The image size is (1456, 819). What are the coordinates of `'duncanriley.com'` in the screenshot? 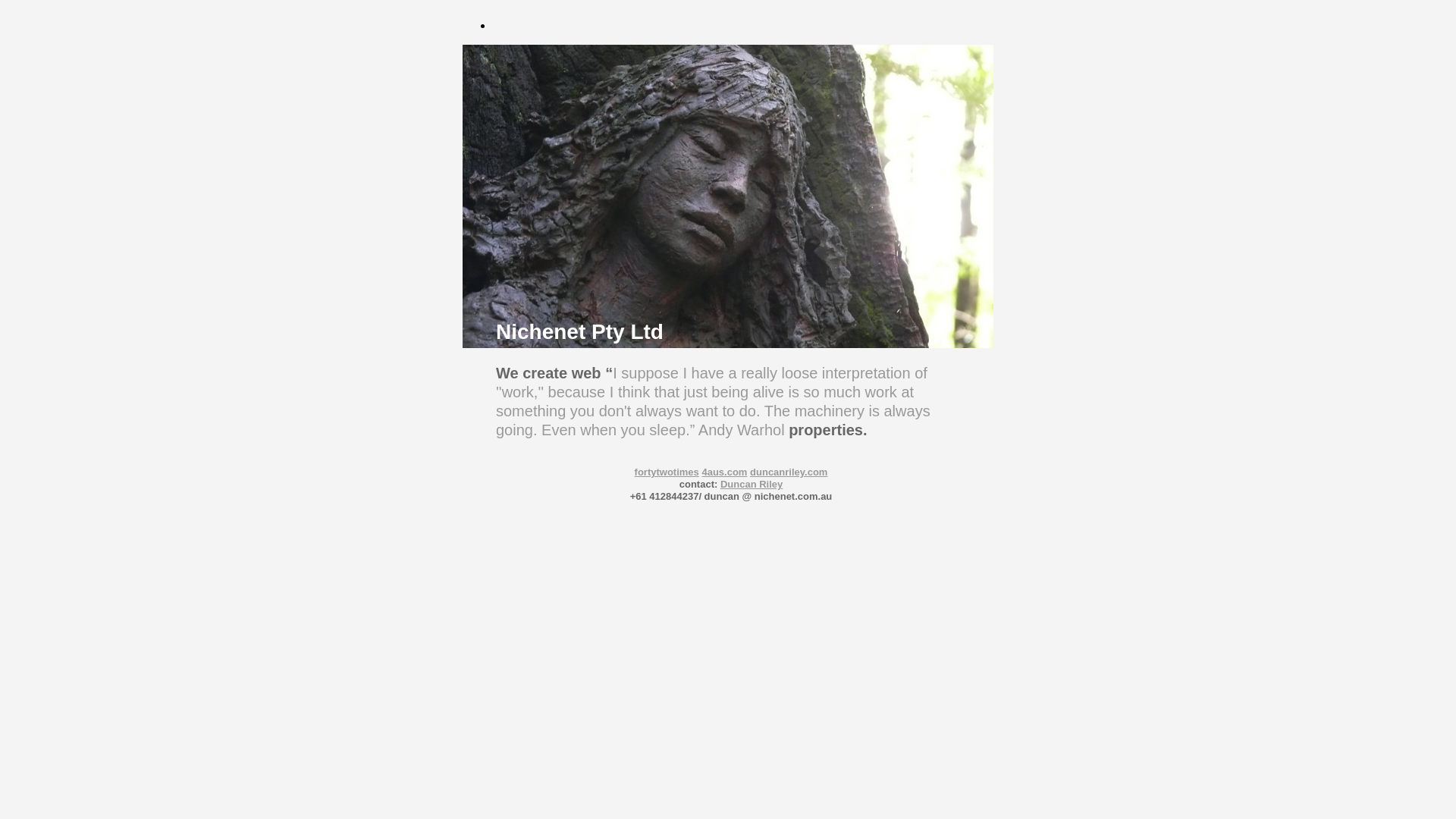 It's located at (789, 471).